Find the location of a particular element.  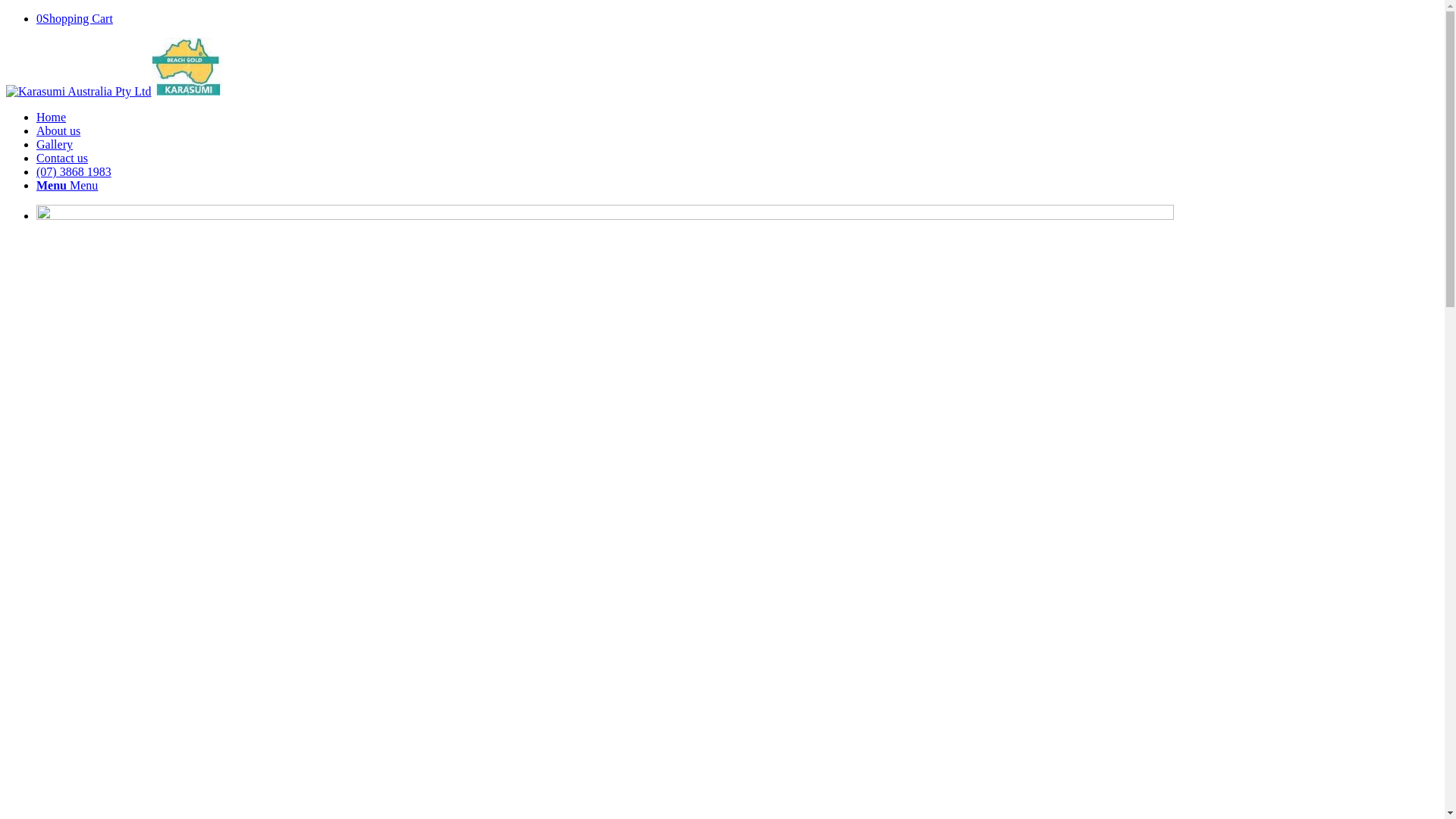

'Menu Menu' is located at coordinates (66, 184).